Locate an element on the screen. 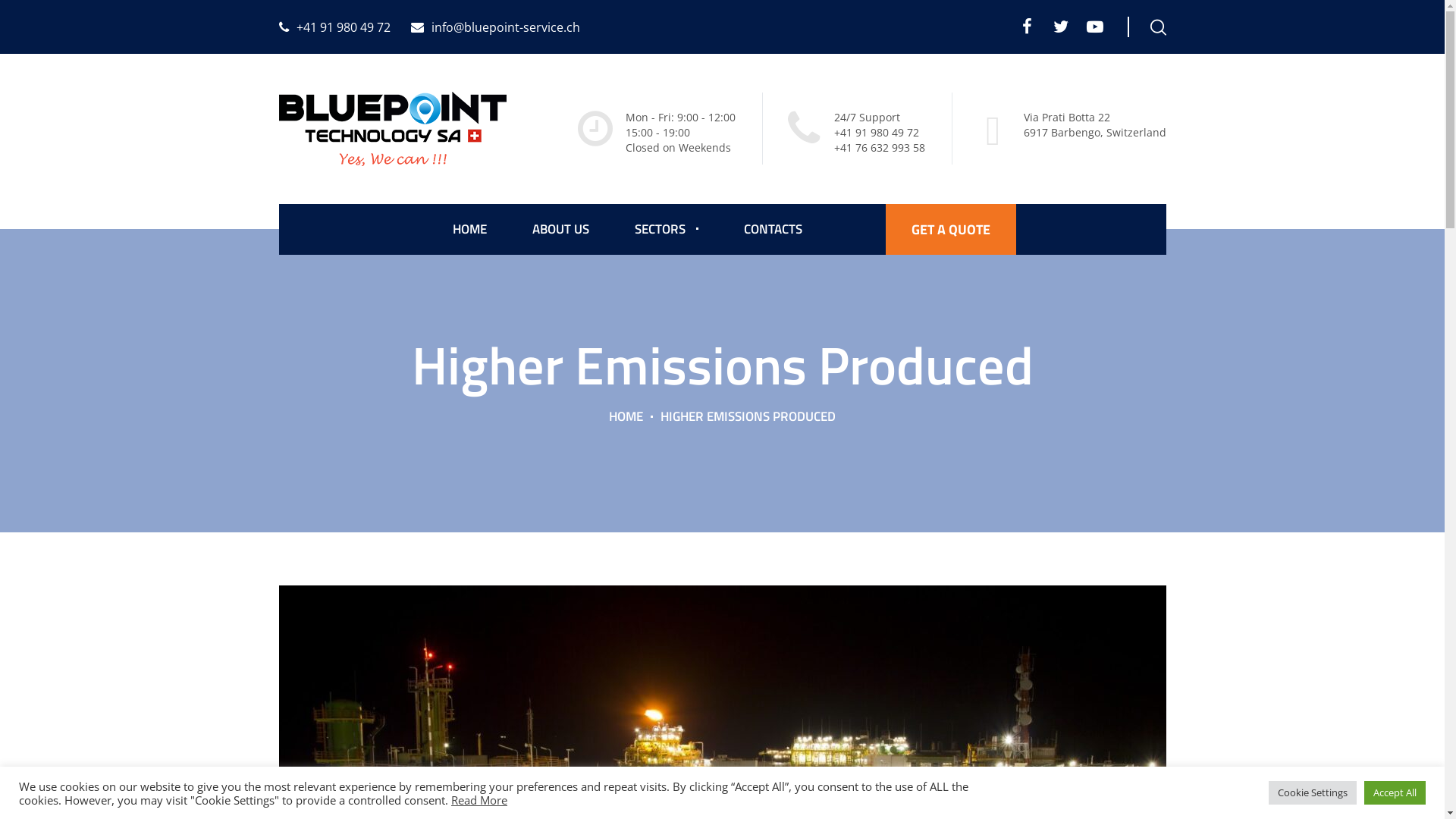  'ABOUT US' is located at coordinates (560, 229).